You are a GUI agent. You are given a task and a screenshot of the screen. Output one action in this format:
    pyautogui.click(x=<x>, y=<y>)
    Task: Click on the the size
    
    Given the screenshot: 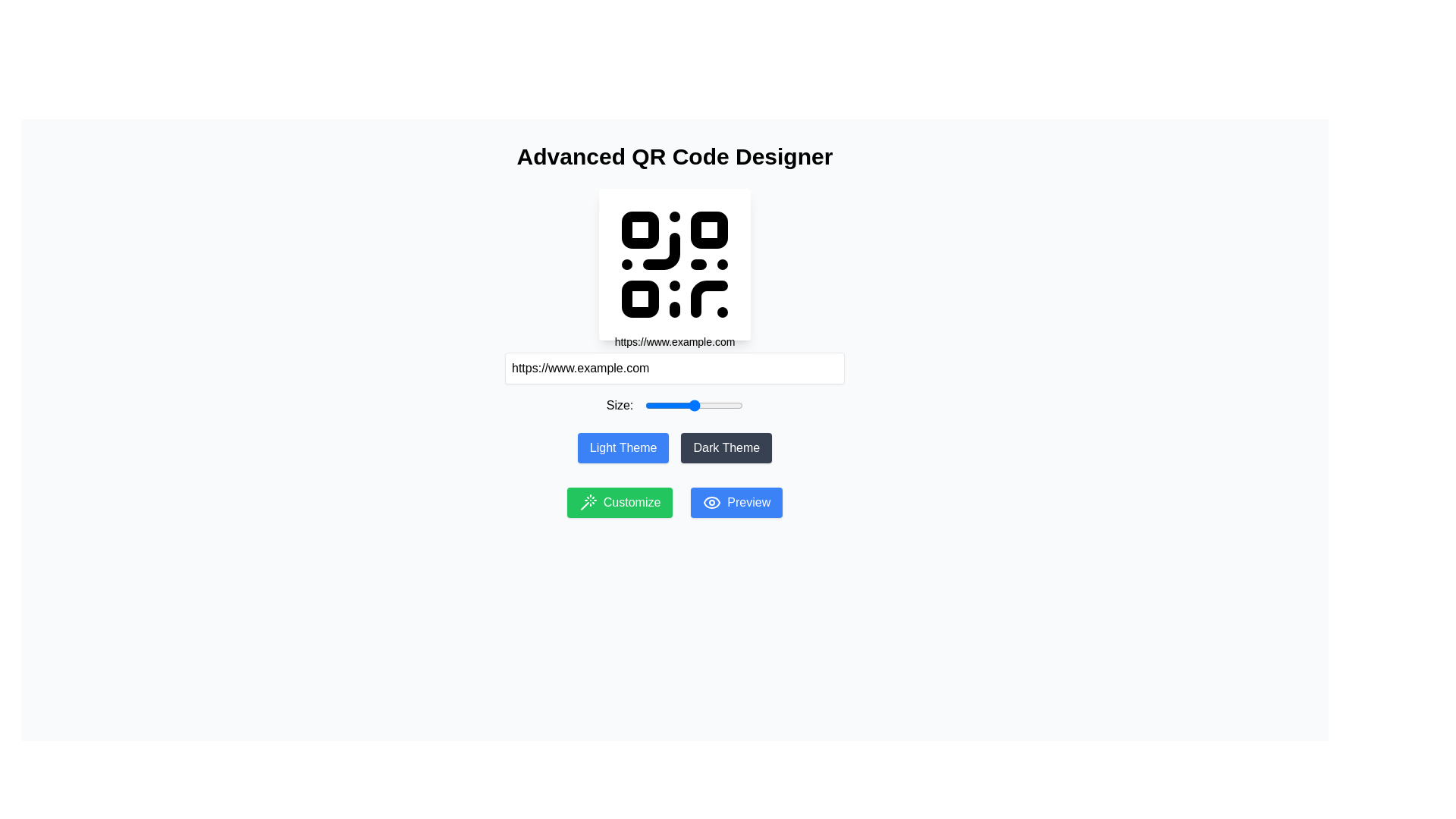 What is the action you would take?
    pyautogui.click(x=714, y=405)
    